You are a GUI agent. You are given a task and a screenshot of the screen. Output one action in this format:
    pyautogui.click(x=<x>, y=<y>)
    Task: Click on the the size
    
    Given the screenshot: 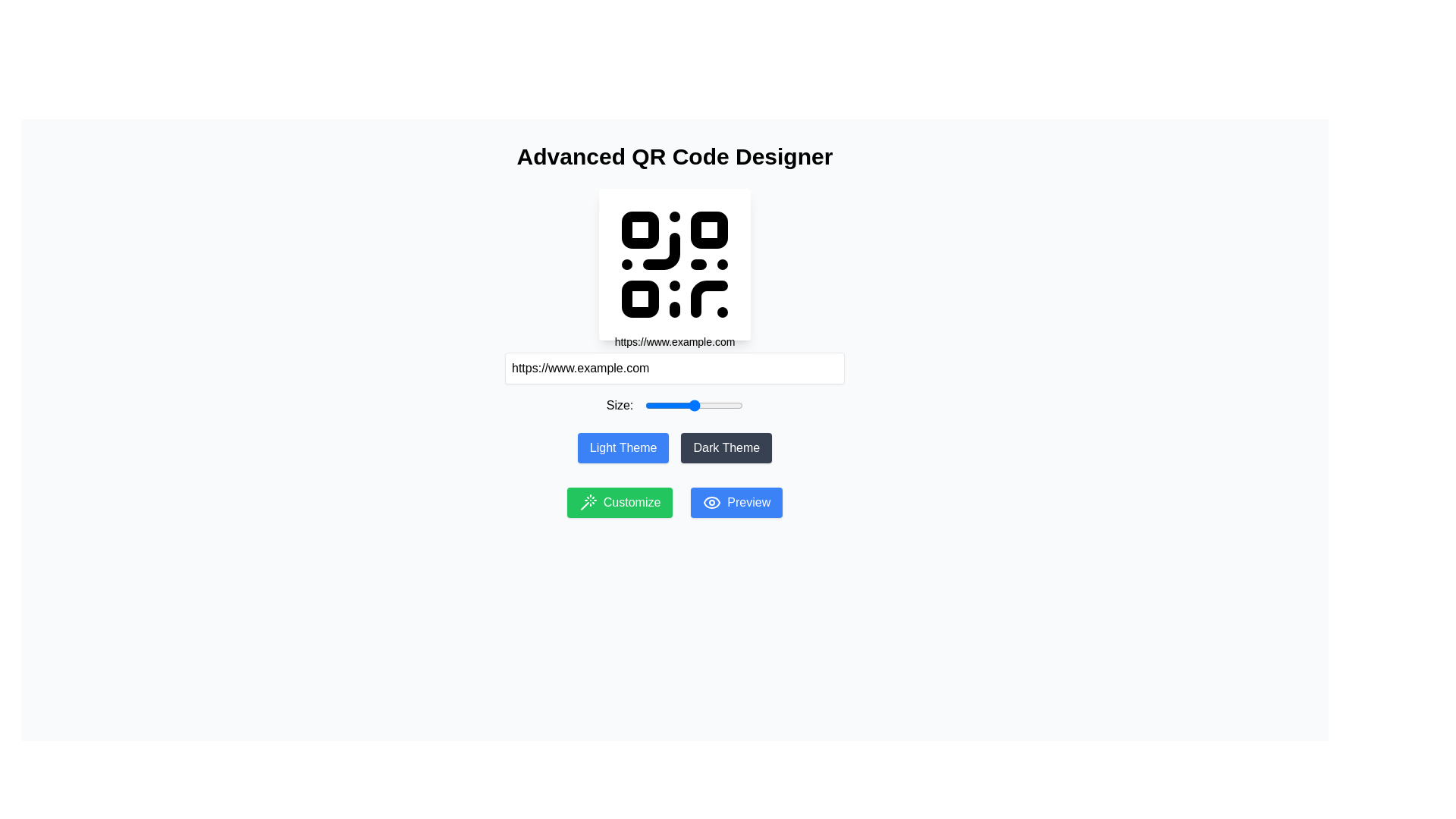 What is the action you would take?
    pyautogui.click(x=714, y=405)
    